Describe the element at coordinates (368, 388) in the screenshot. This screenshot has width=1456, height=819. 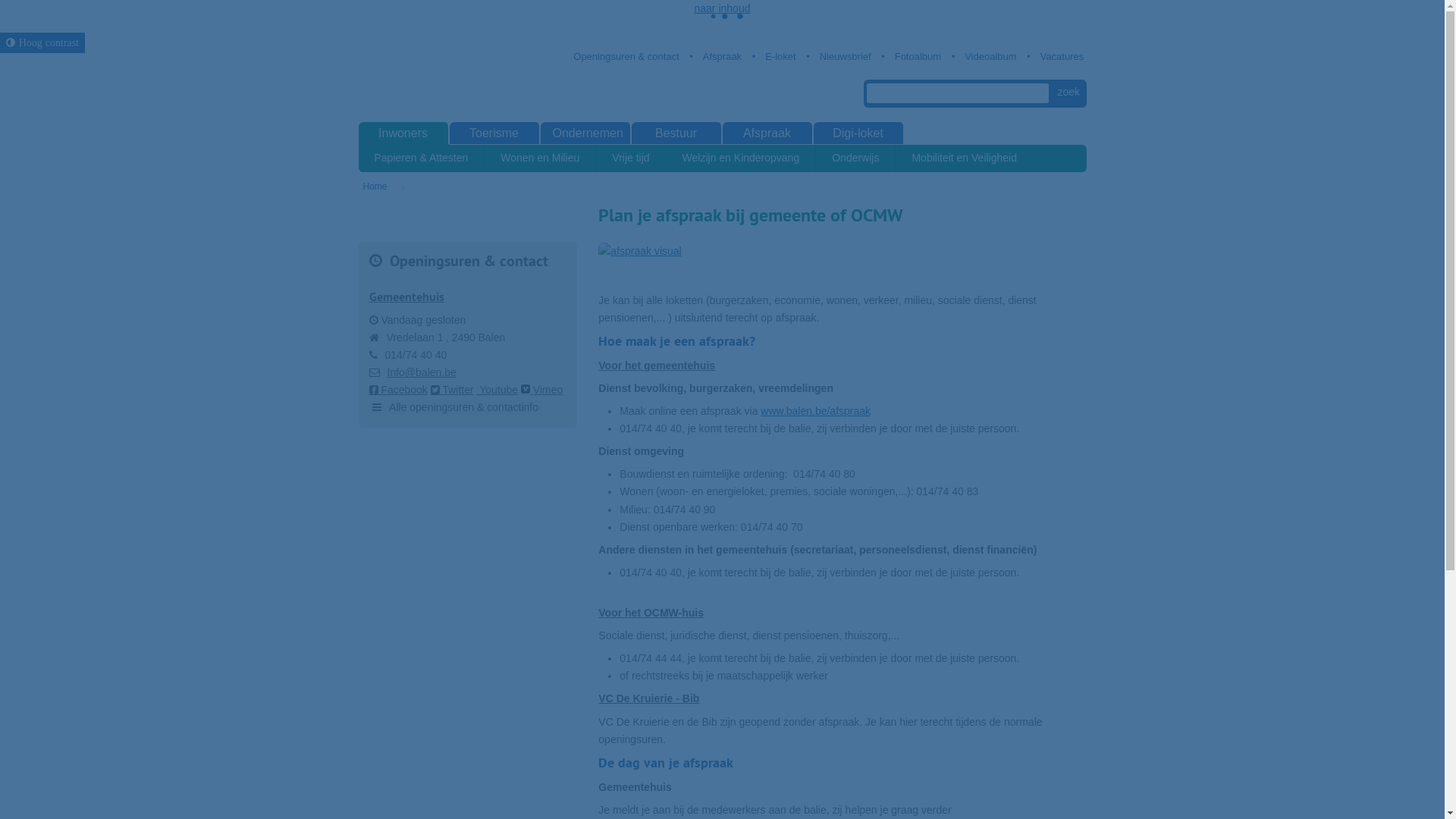
I see `'Facebook'` at that location.